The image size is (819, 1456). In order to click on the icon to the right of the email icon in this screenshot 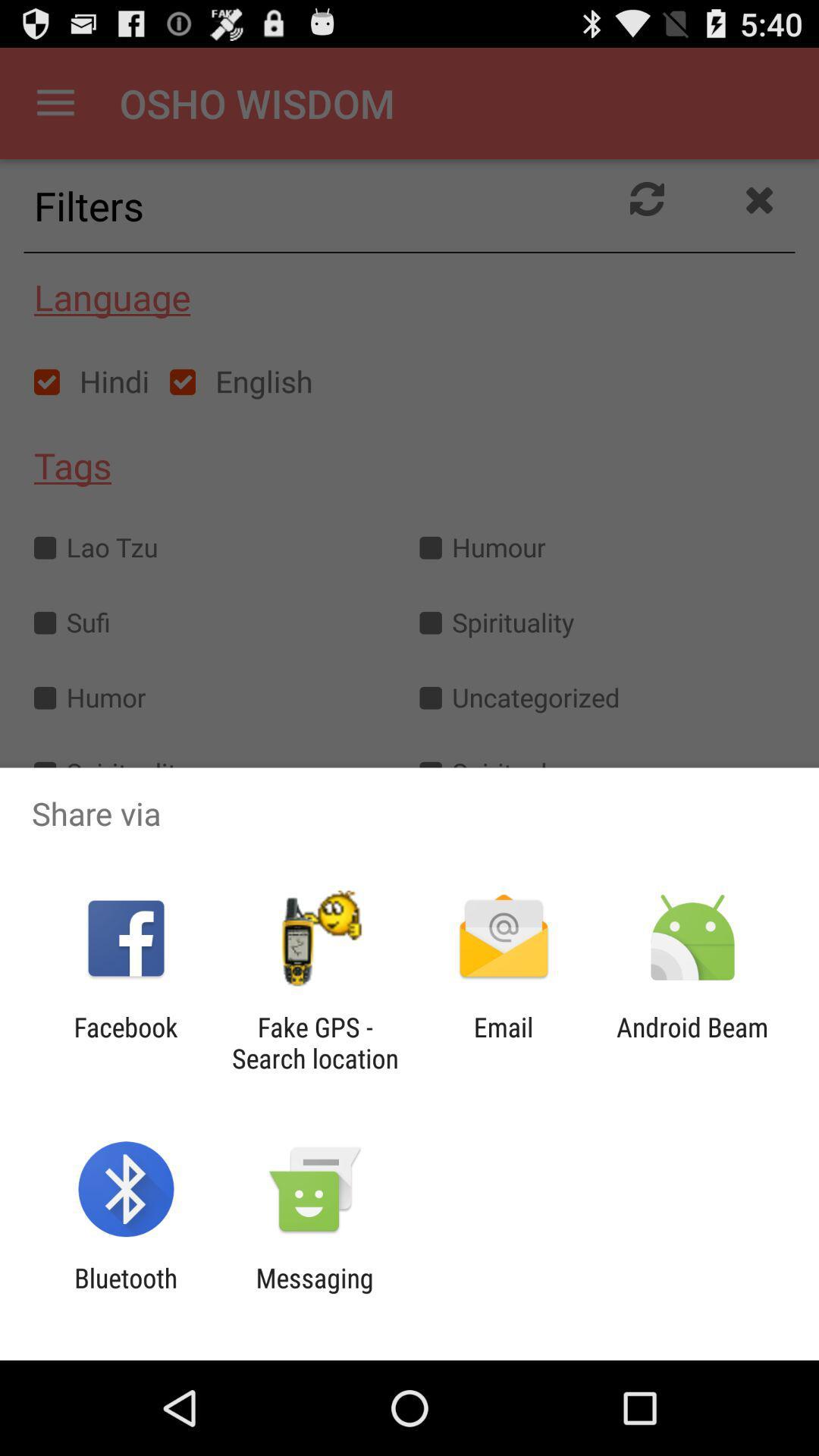, I will do `click(692, 1042)`.